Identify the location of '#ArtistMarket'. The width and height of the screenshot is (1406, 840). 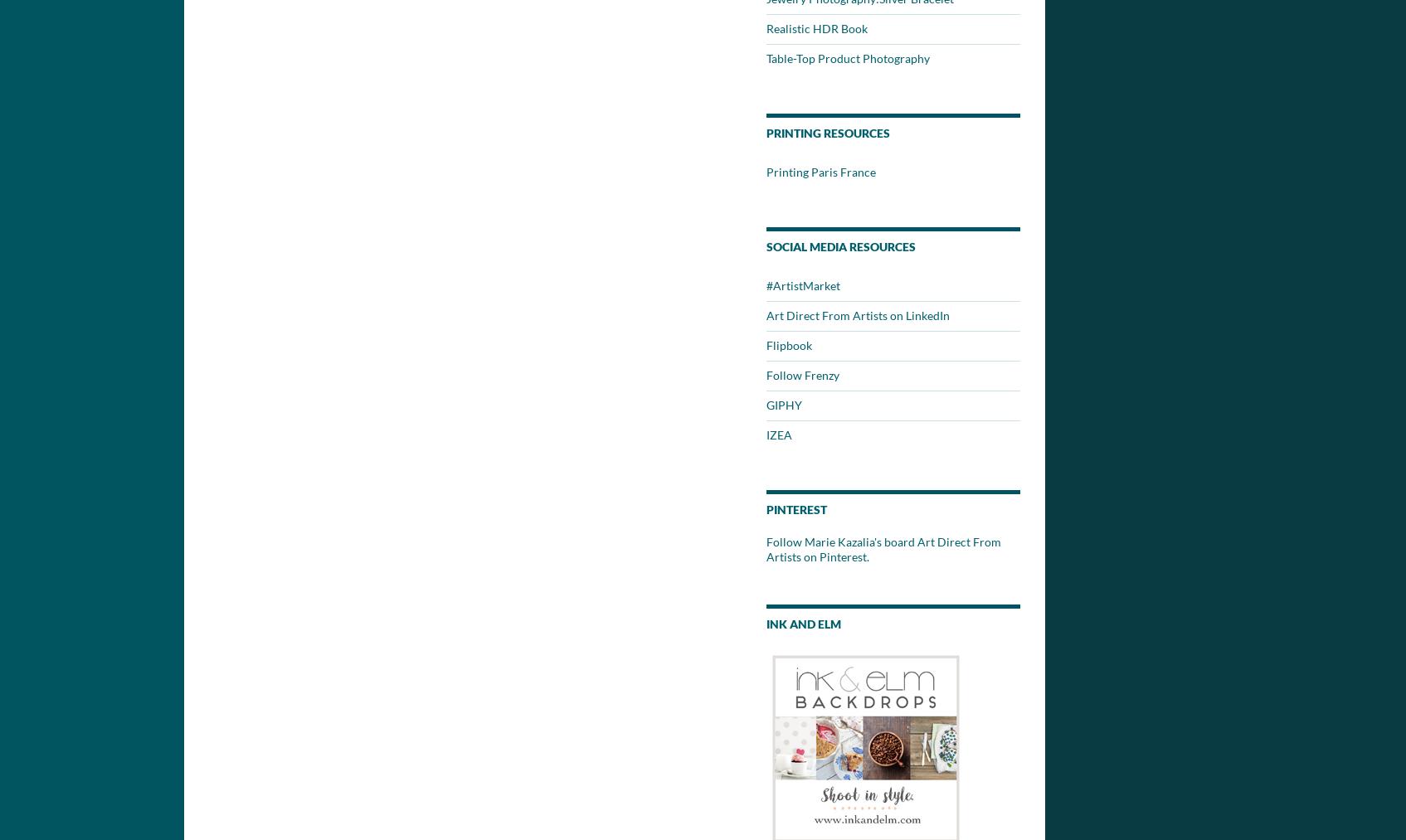
(766, 285).